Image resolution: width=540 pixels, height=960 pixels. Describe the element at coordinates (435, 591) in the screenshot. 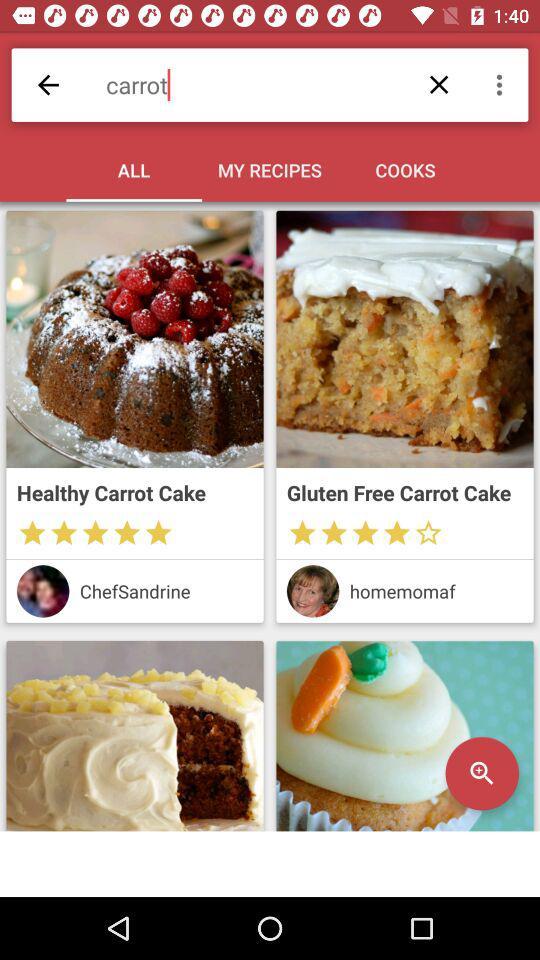

I see `homemomaf item` at that location.